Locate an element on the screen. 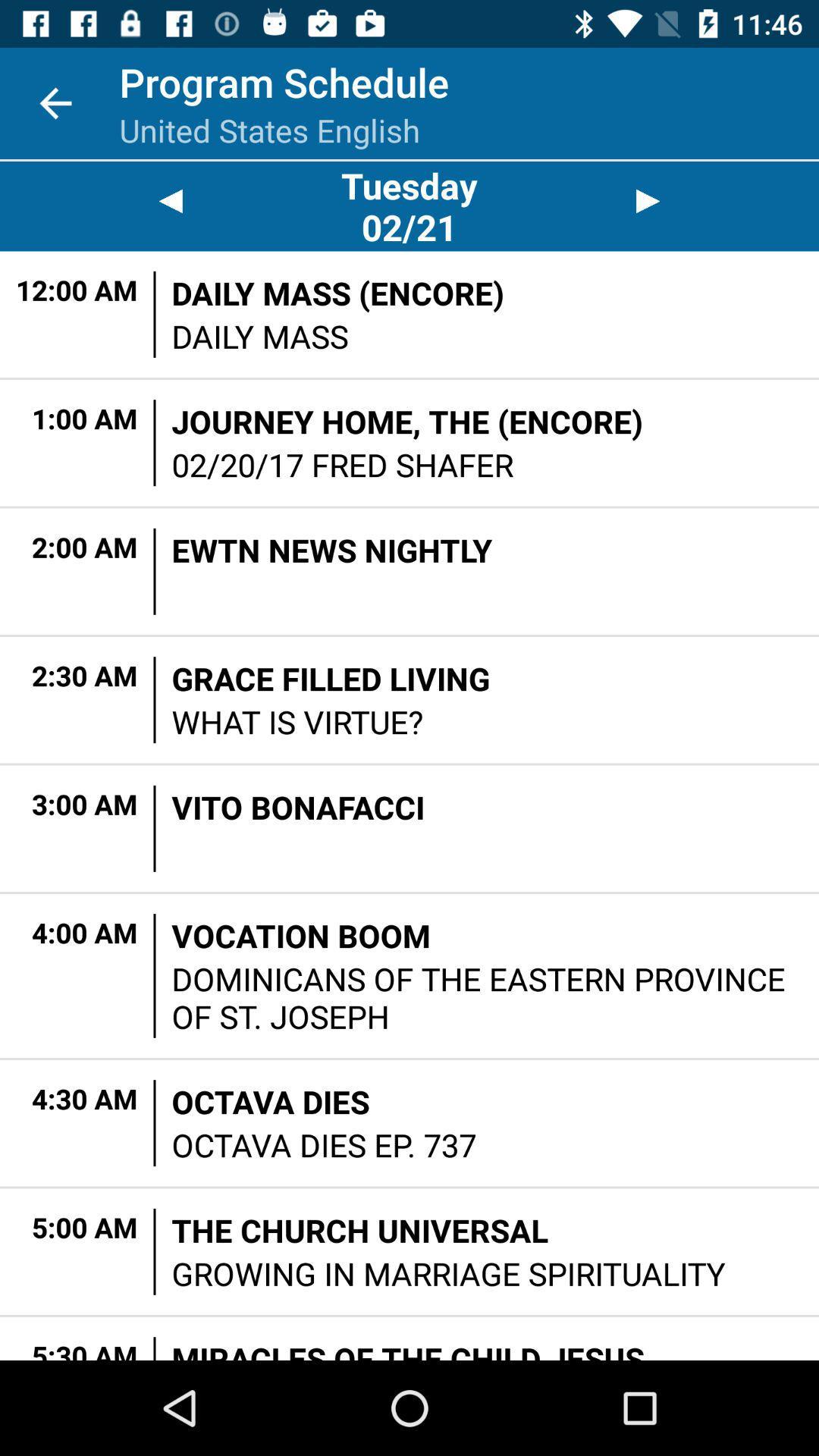  the icon to the right of 12:00 am is located at coordinates (155, 313).